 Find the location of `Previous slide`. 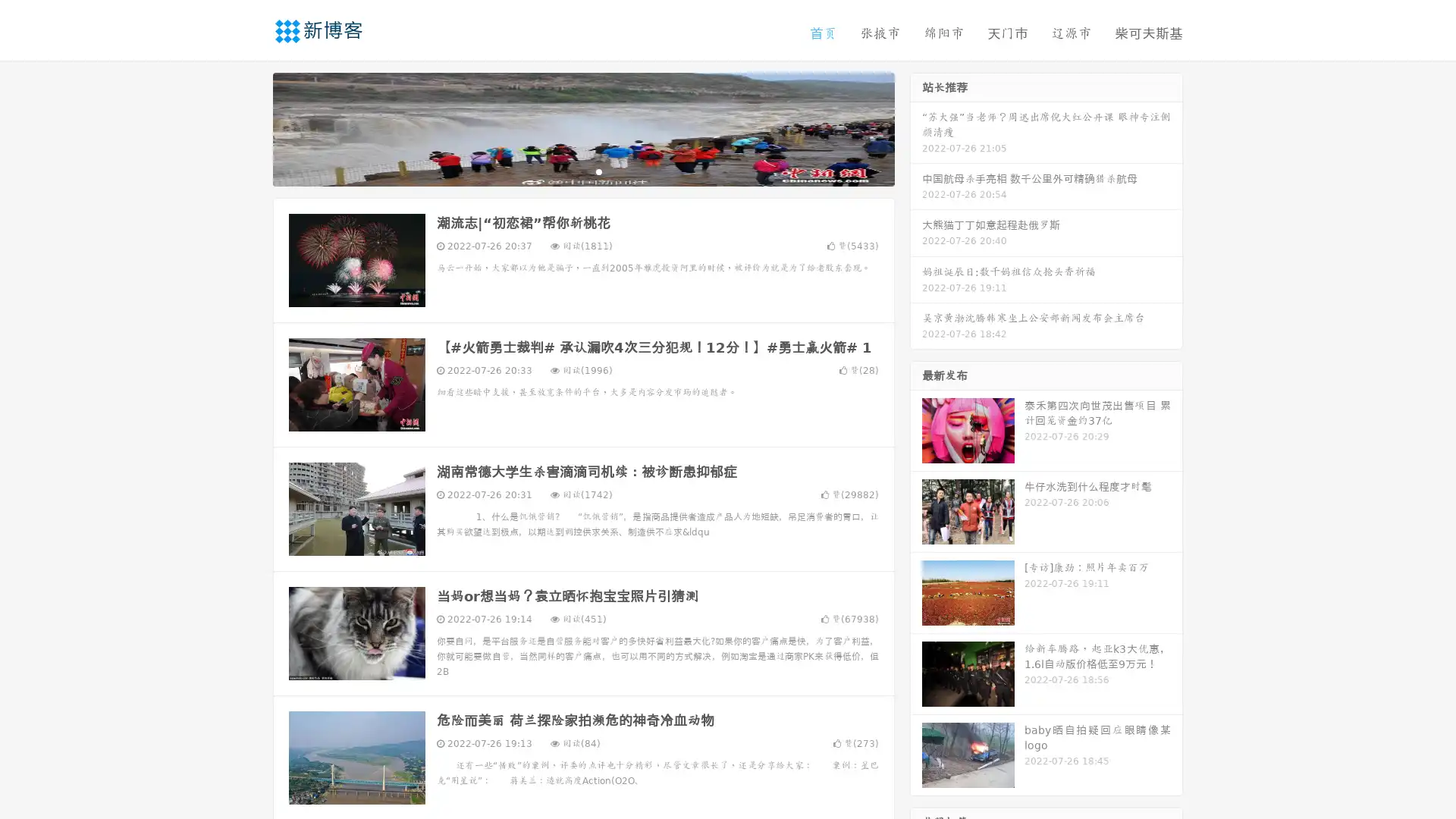

Previous slide is located at coordinates (250, 127).